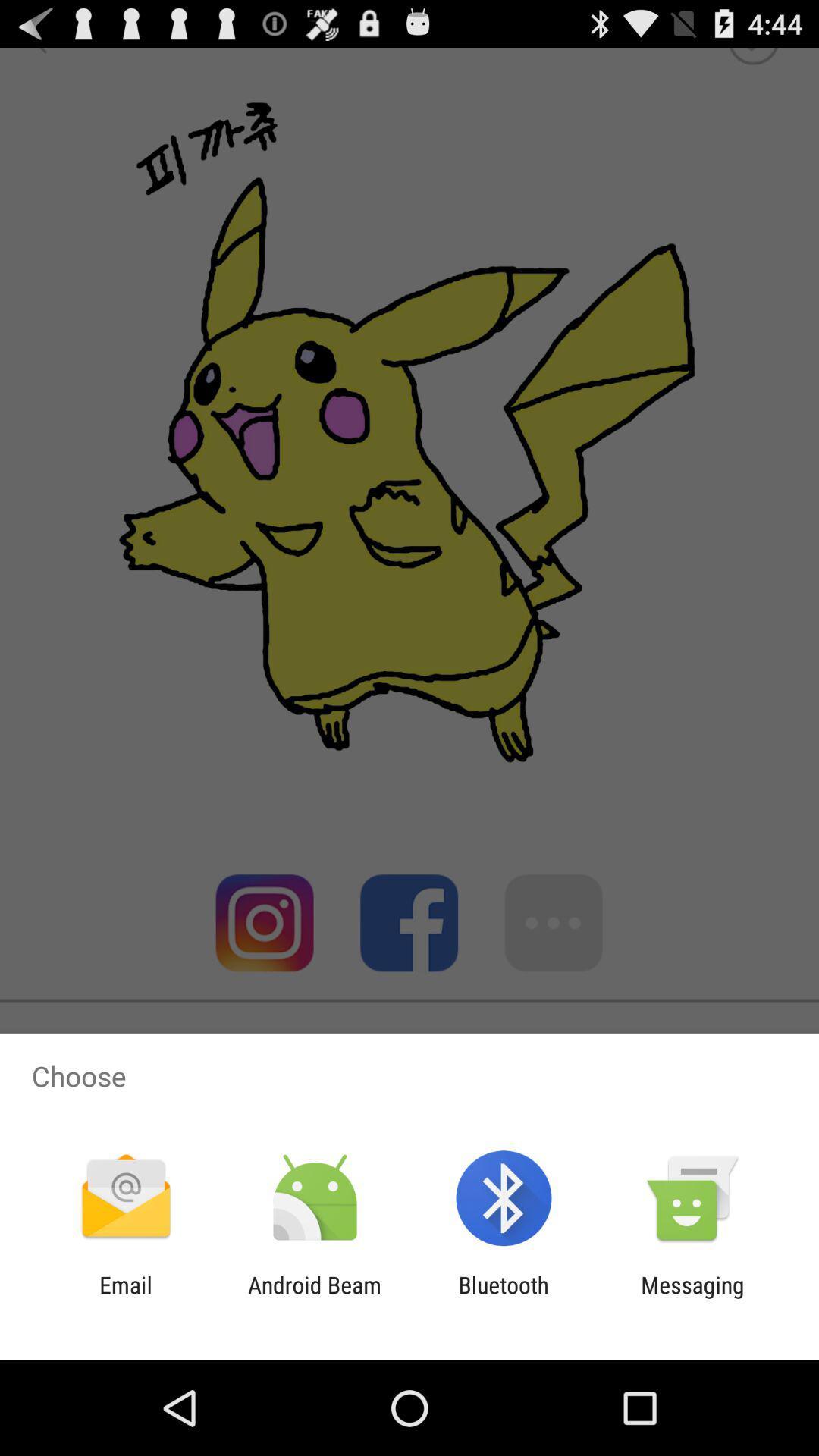 The image size is (819, 1456). I want to click on android beam app, so click(314, 1298).